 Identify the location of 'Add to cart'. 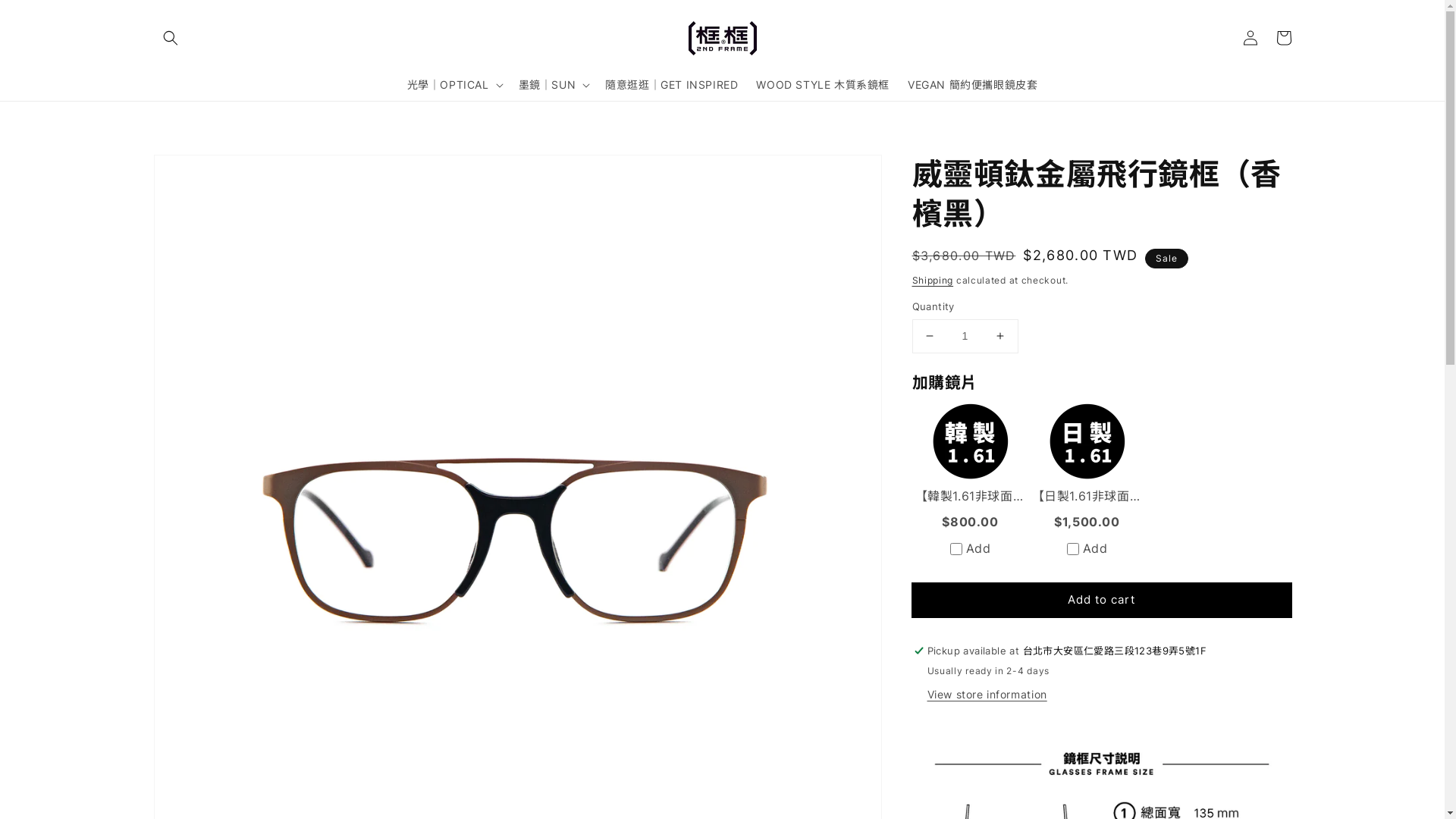
(1101, 599).